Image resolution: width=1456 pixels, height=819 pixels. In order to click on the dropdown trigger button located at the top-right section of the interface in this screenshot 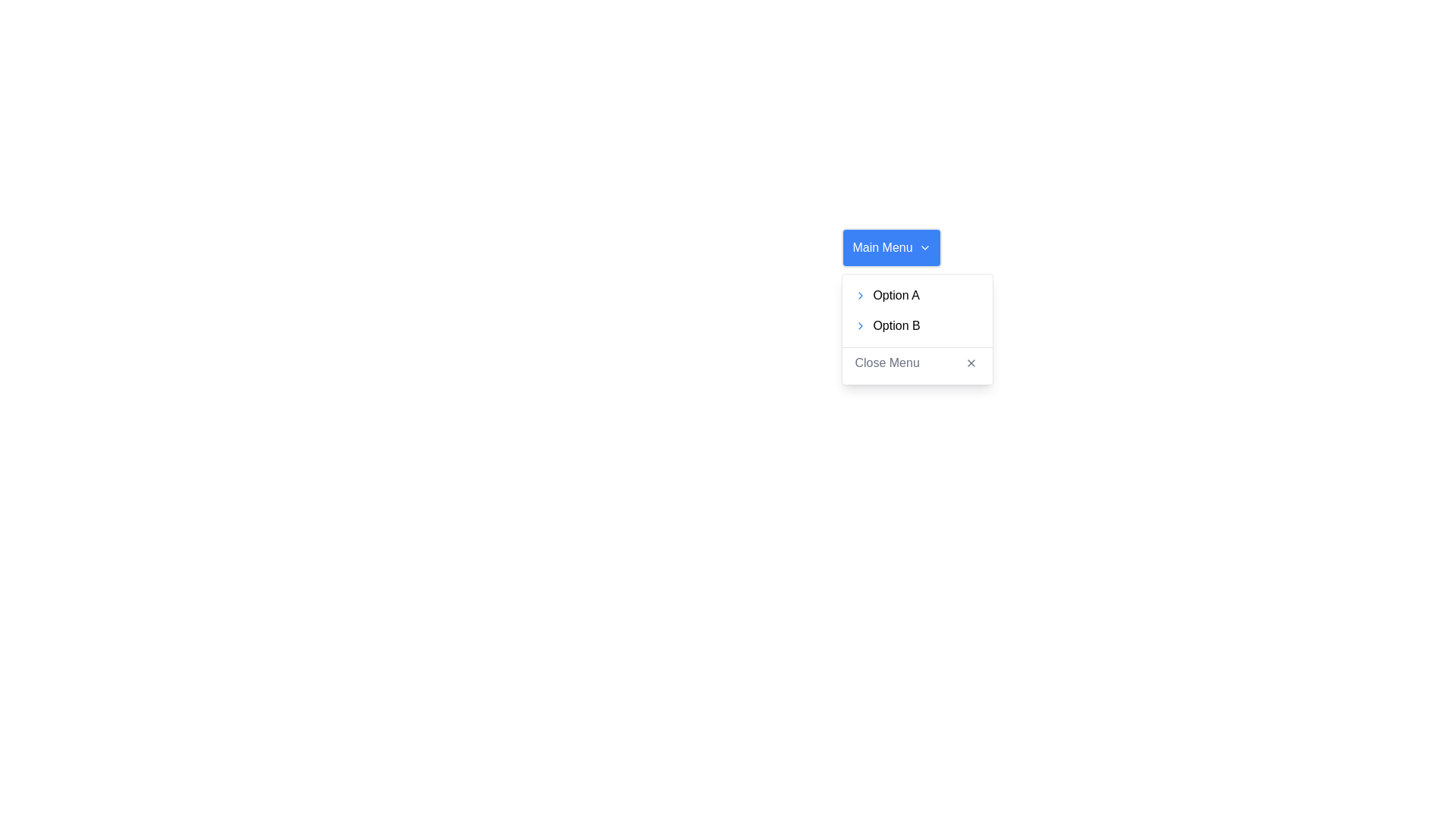, I will do `click(892, 247)`.